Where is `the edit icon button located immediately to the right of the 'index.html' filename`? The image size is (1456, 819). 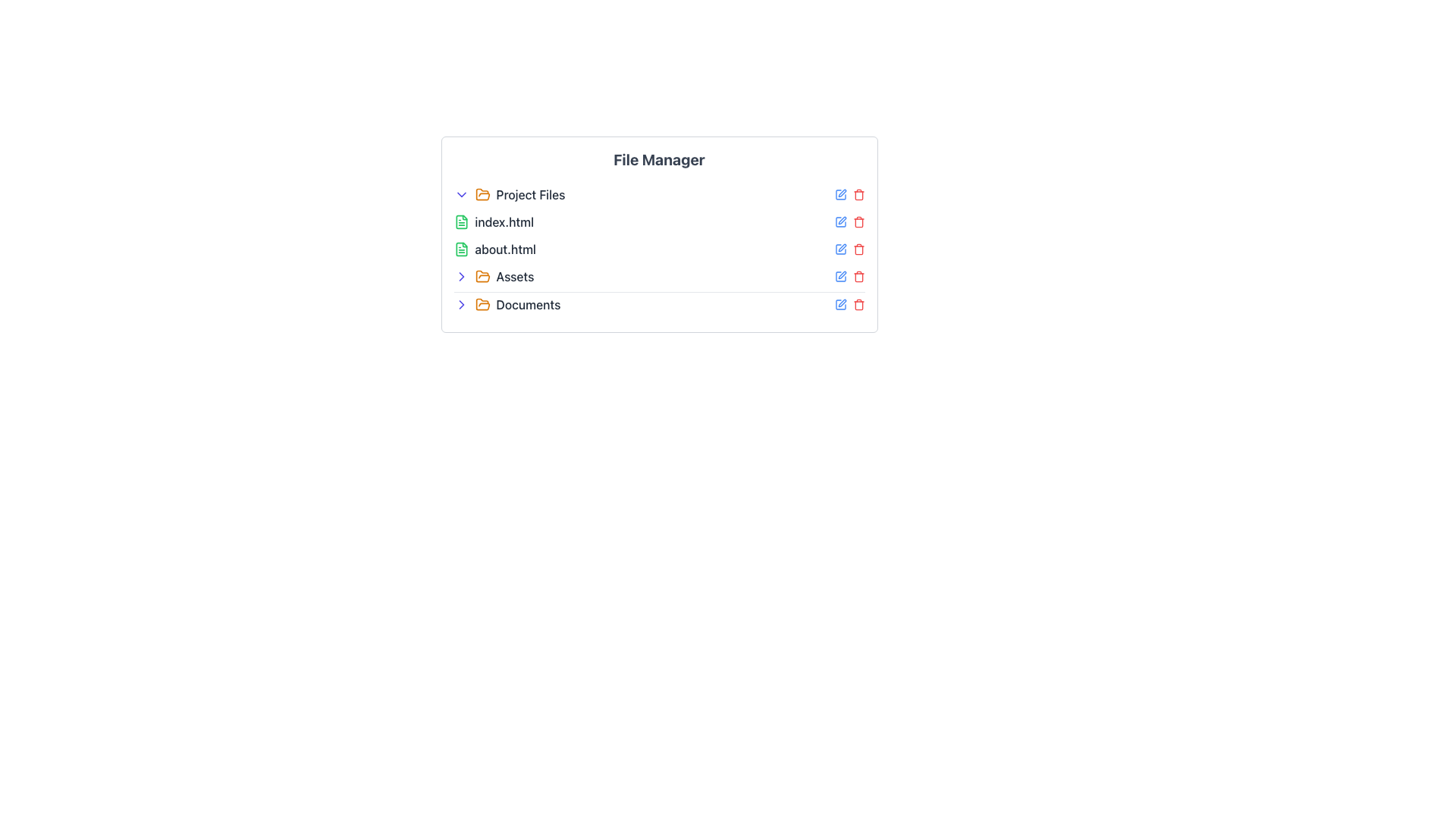
the edit icon button located immediately to the right of the 'index.html' filename is located at coordinates (839, 222).